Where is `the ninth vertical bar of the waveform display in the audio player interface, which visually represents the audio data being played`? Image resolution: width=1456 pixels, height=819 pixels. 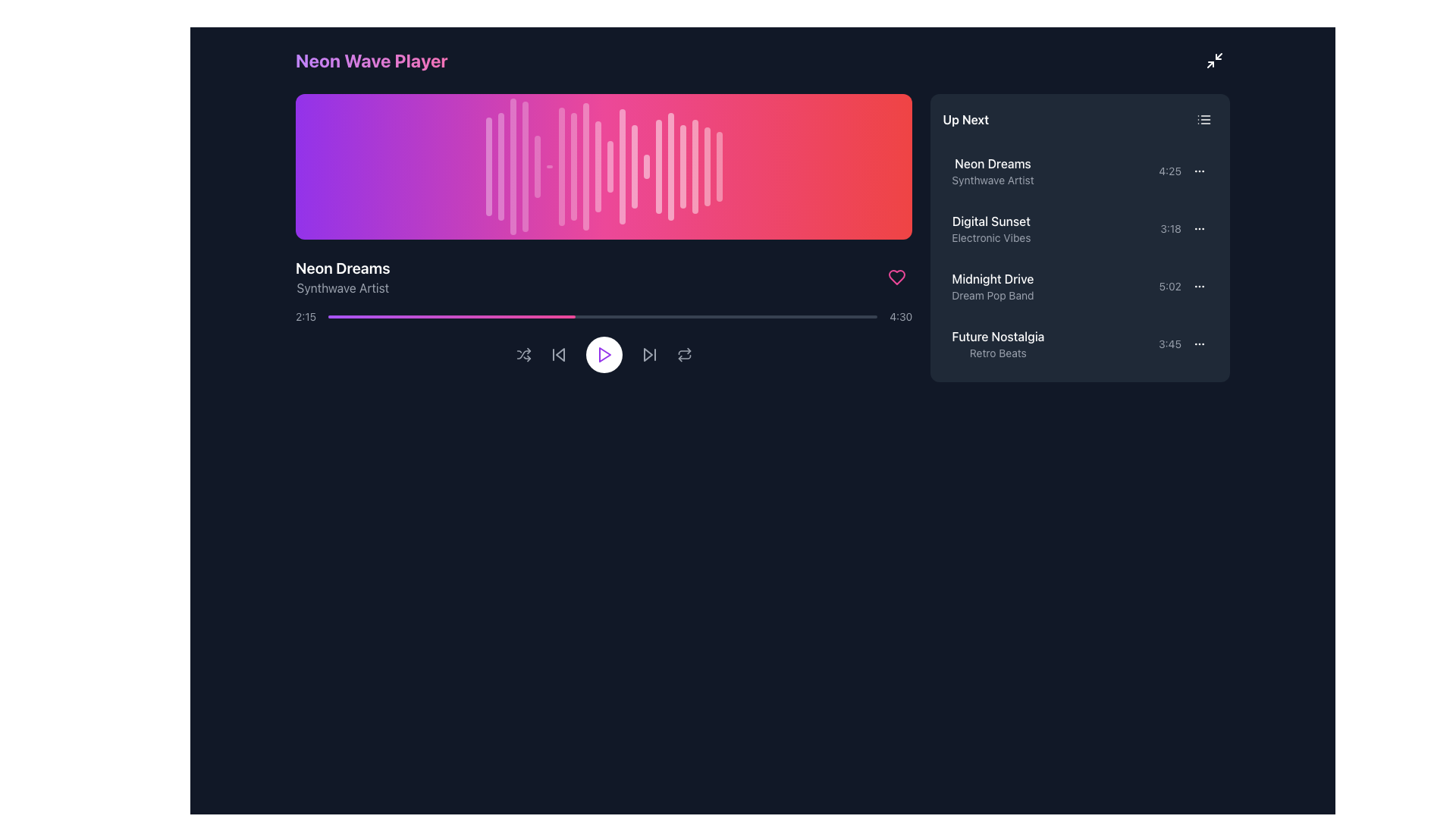
the ninth vertical bar of the waveform display in the audio player interface, which visually represents the audio data being played is located at coordinates (585, 166).